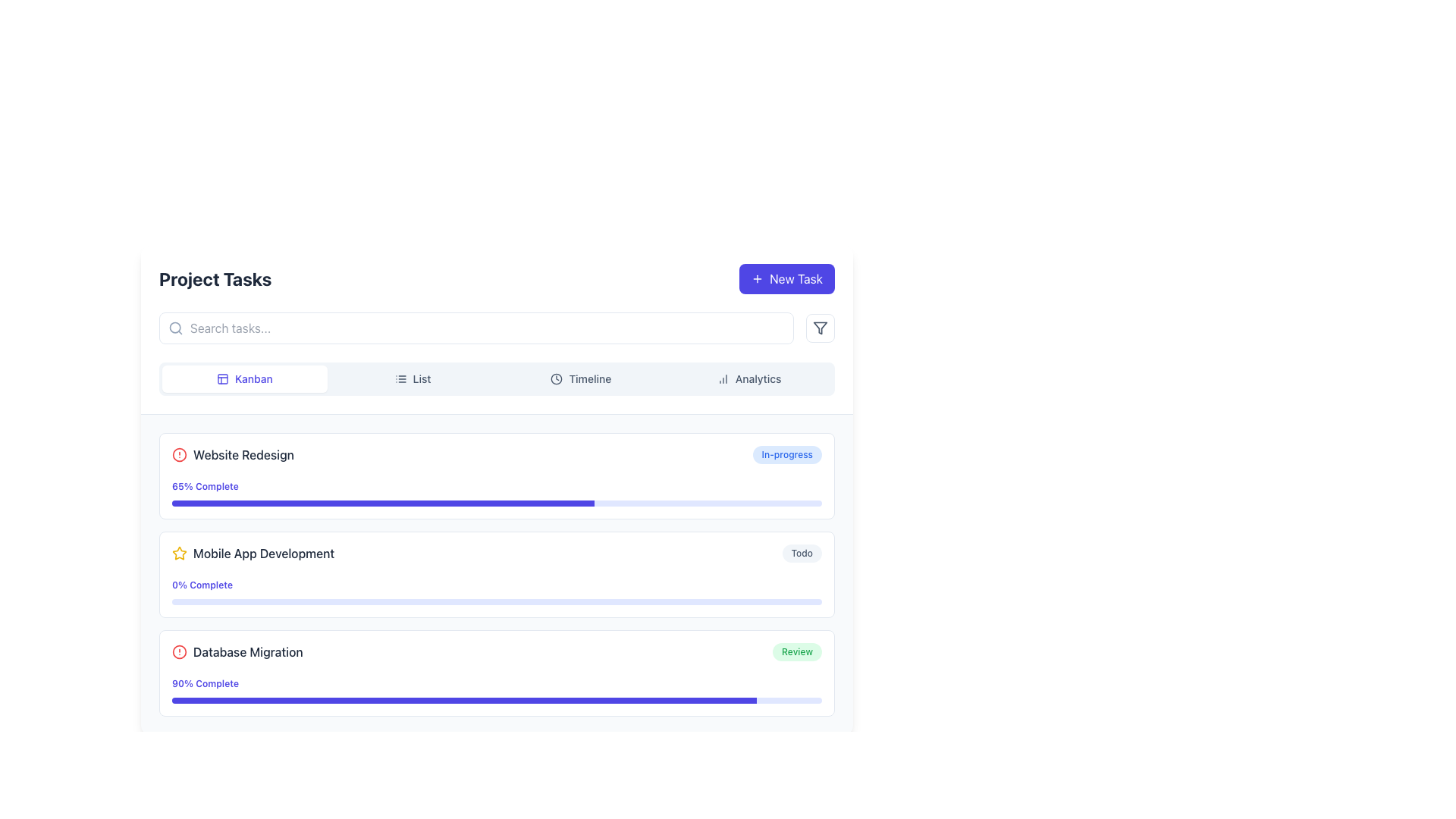 The width and height of the screenshot is (1456, 819). Describe the element at coordinates (787, 454) in the screenshot. I see `the status badge indicating the current status of the 'Website Redesign' task, located on the far right side of the task list item` at that location.